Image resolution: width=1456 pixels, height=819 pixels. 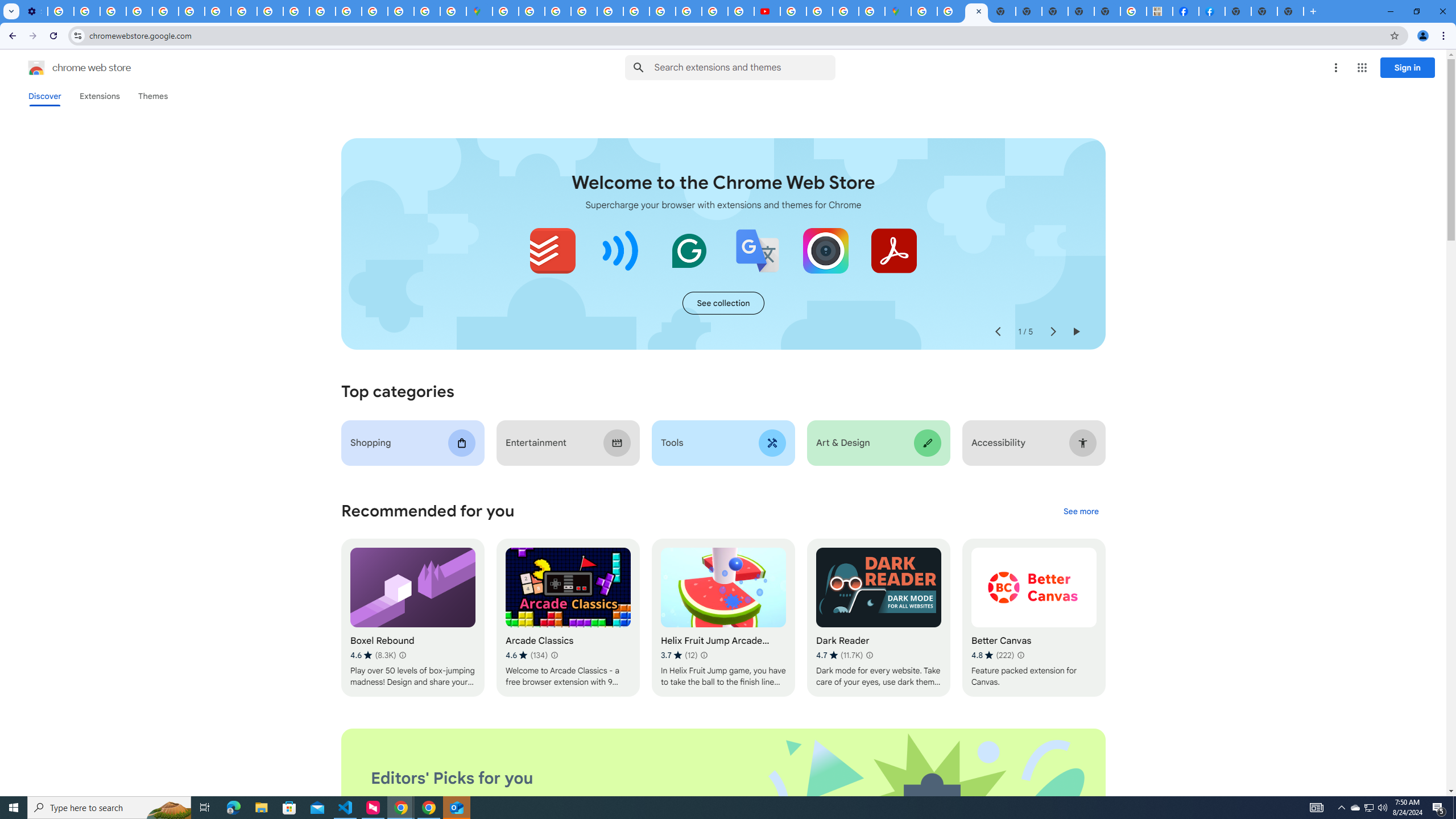 What do you see at coordinates (526, 655) in the screenshot?
I see `'Average rating 4.6 out of 5 stars. 134 ratings.'` at bounding box center [526, 655].